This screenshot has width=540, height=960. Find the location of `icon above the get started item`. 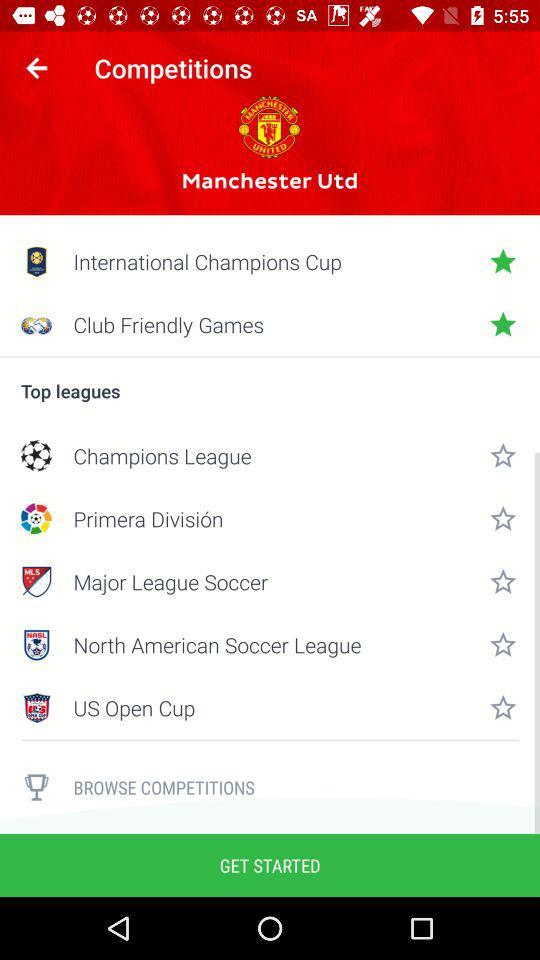

icon above the get started item is located at coordinates (36, 787).